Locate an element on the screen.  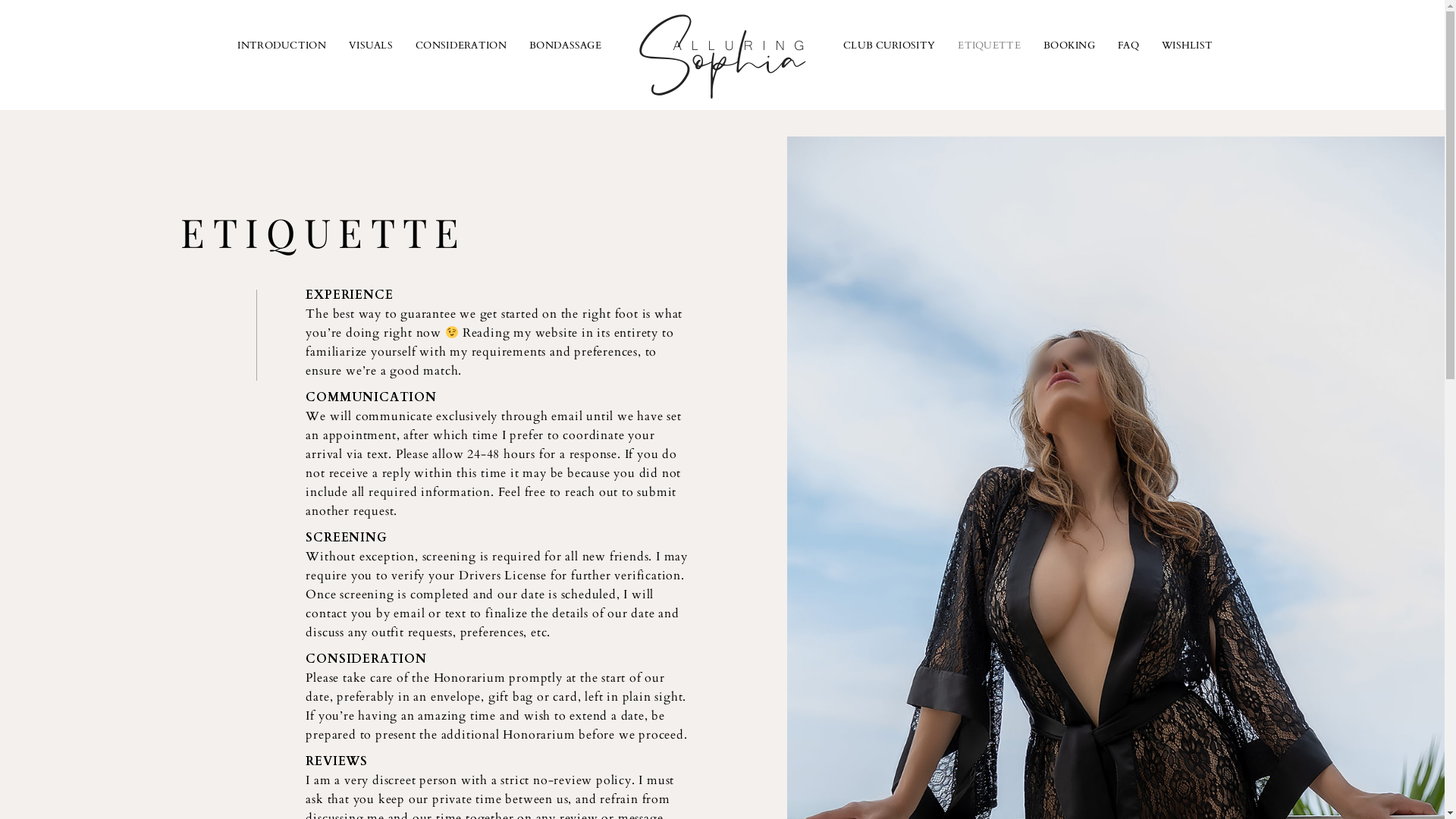
'VISUALS' is located at coordinates (371, 45).